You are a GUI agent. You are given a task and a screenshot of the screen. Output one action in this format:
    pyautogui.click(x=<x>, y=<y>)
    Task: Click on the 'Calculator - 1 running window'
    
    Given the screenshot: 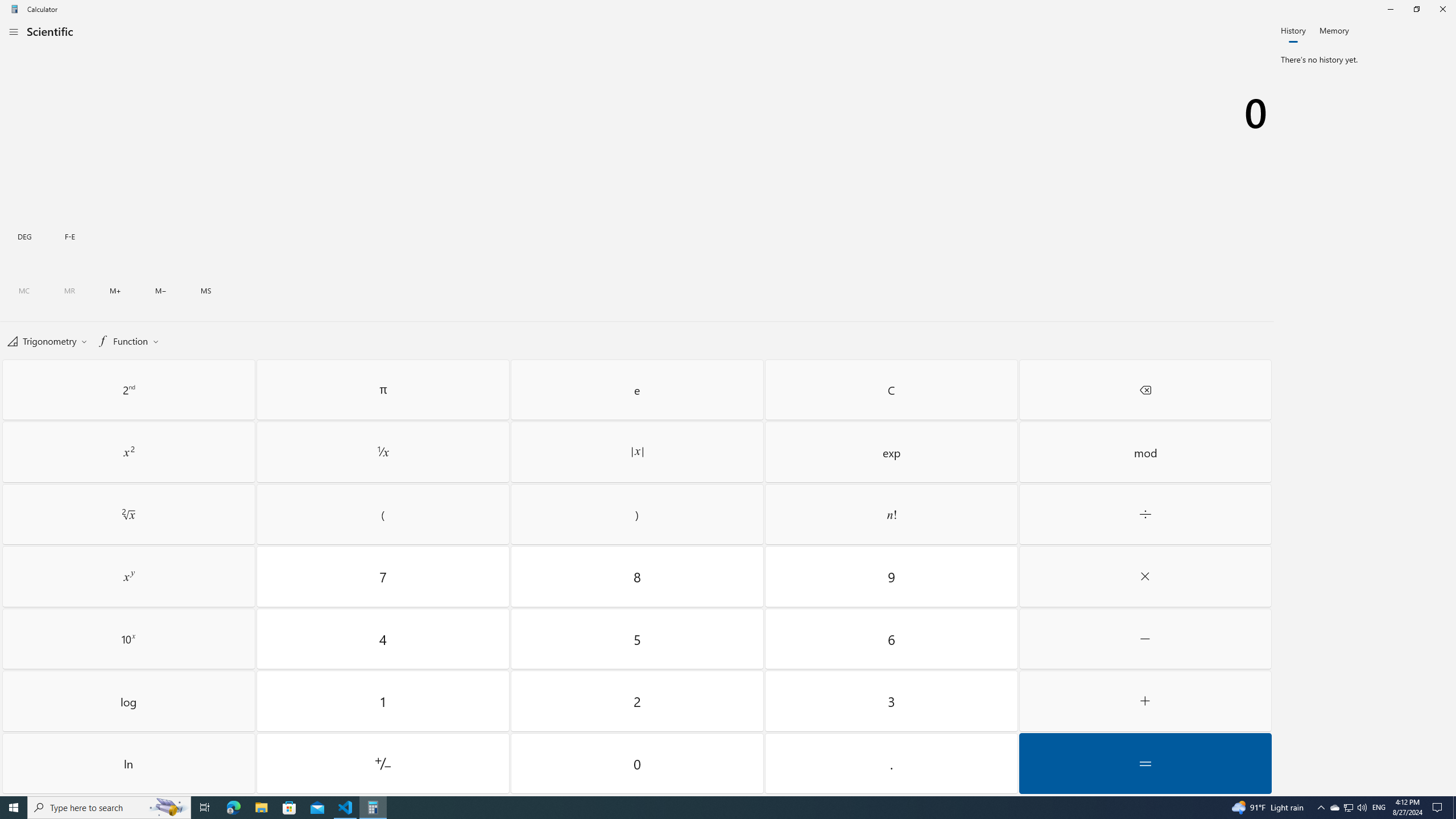 What is the action you would take?
    pyautogui.click(x=373, y=806)
    